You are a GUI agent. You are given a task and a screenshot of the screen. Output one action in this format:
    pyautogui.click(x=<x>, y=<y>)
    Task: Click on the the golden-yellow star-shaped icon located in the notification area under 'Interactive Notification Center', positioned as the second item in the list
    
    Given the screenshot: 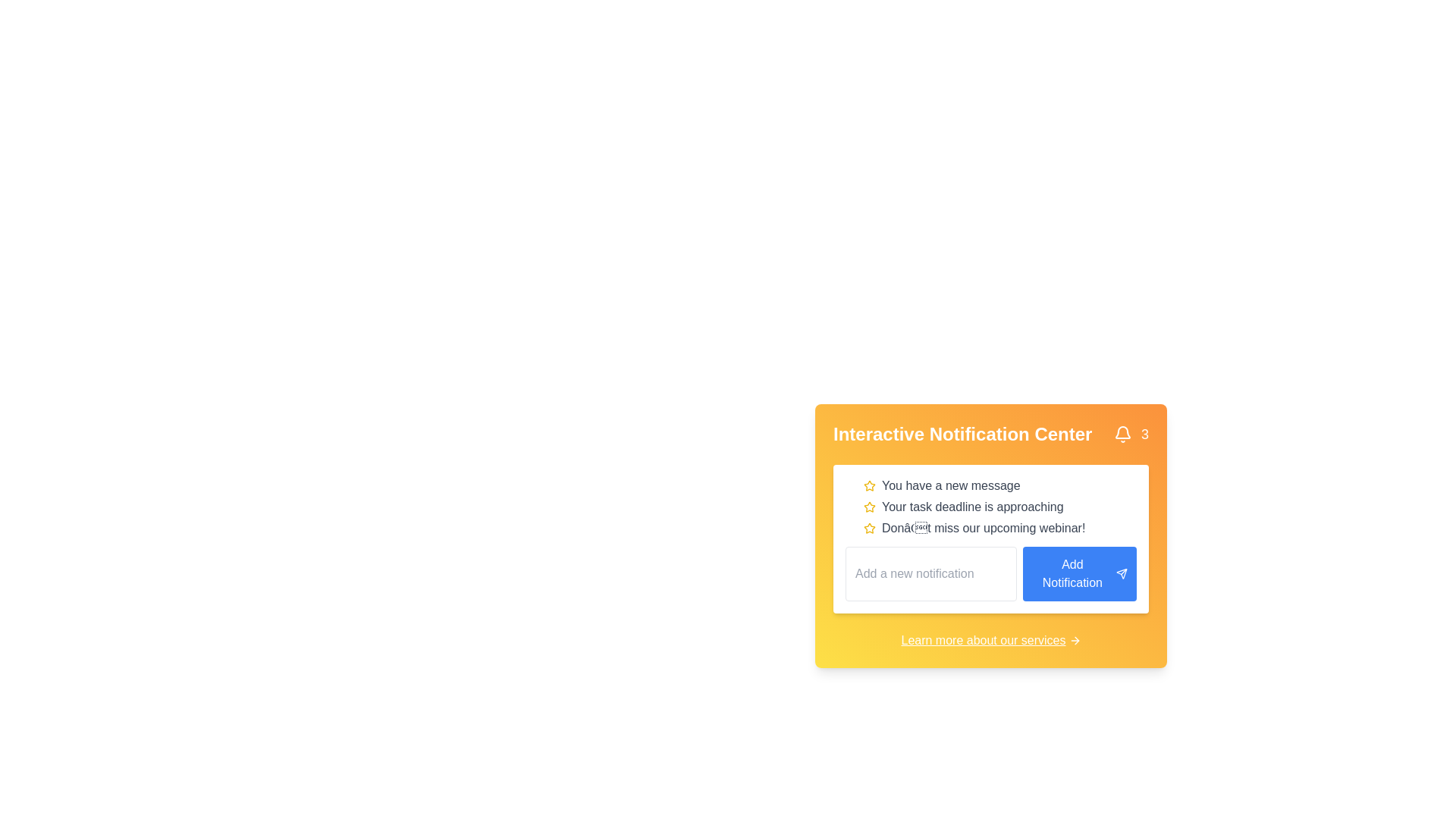 What is the action you would take?
    pyautogui.click(x=870, y=485)
    